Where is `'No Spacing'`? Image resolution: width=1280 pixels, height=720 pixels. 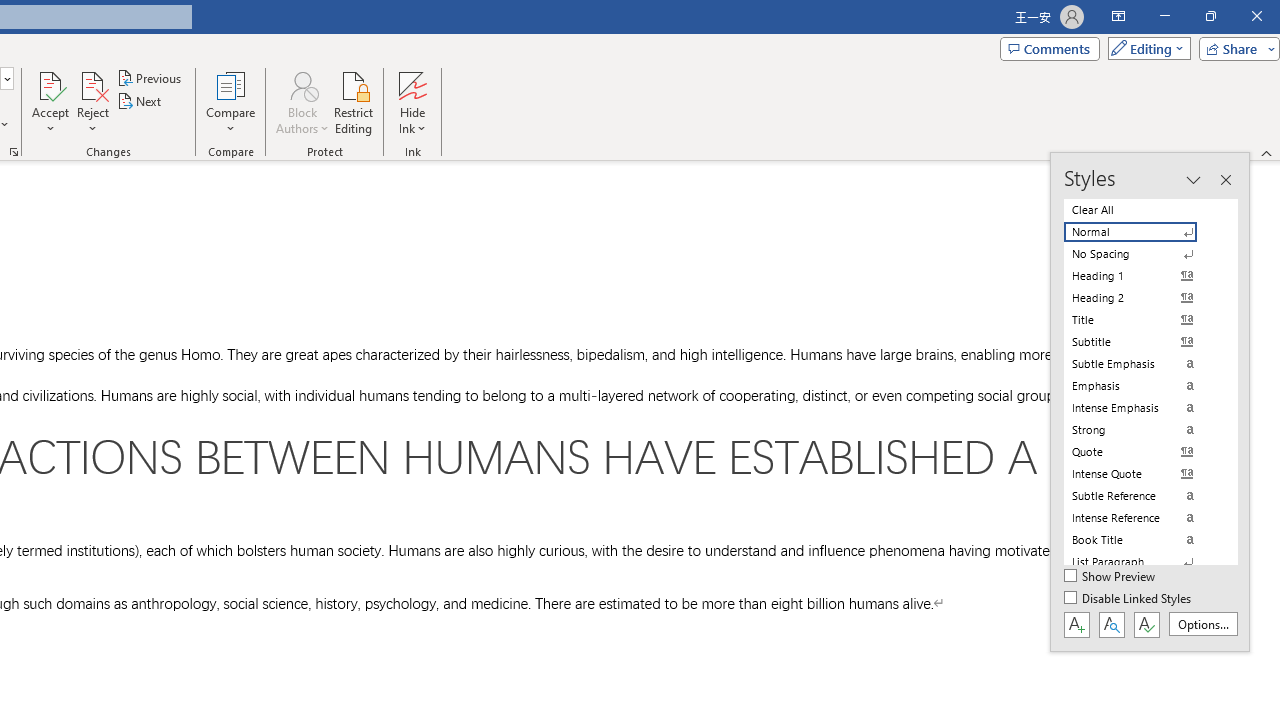 'No Spacing' is located at coordinates (1142, 253).